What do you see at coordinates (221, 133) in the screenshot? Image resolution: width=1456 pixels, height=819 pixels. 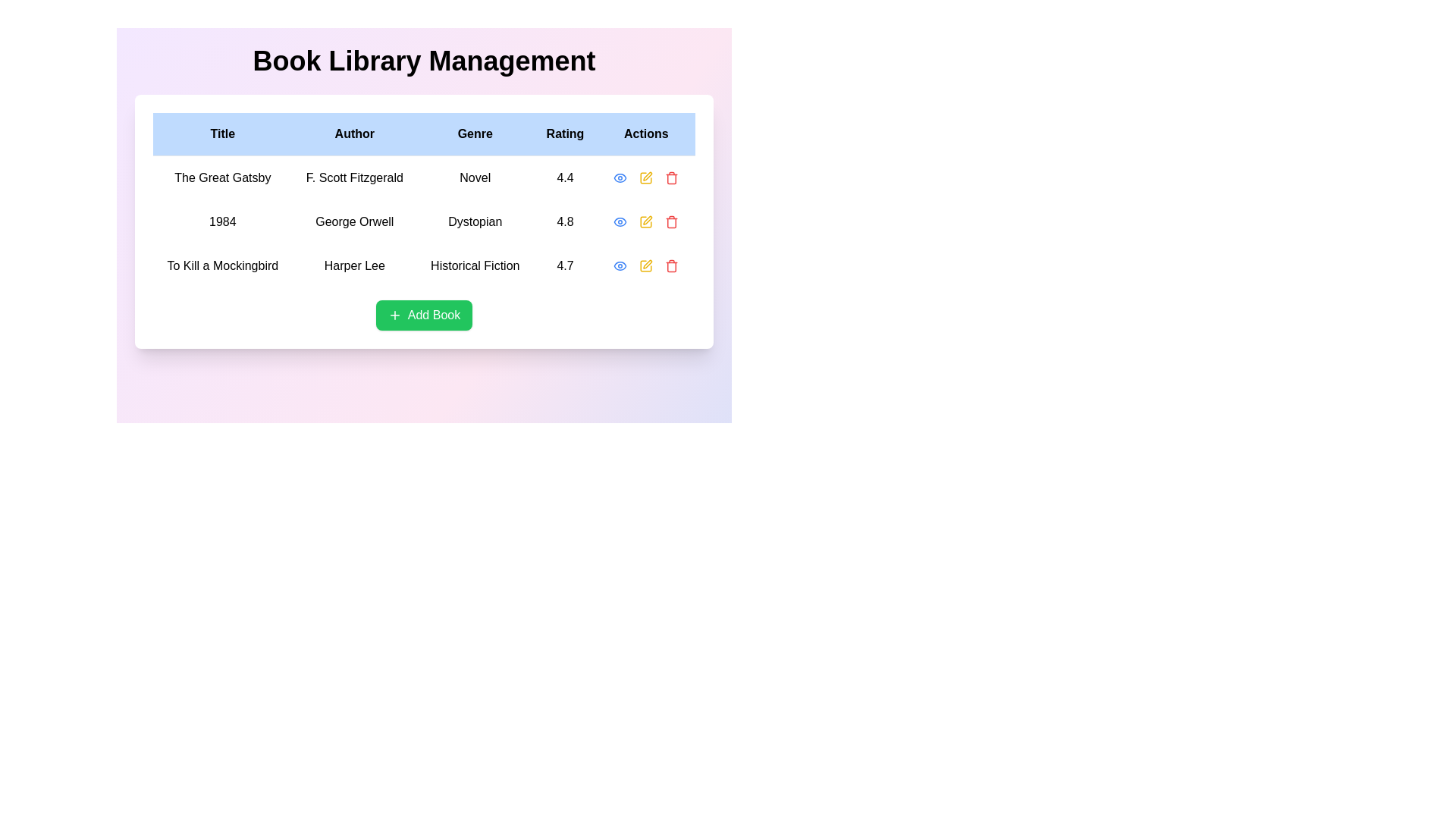 I see `the table header cell containing the text 'Title' which is styled with a bold font and light blue background` at bounding box center [221, 133].